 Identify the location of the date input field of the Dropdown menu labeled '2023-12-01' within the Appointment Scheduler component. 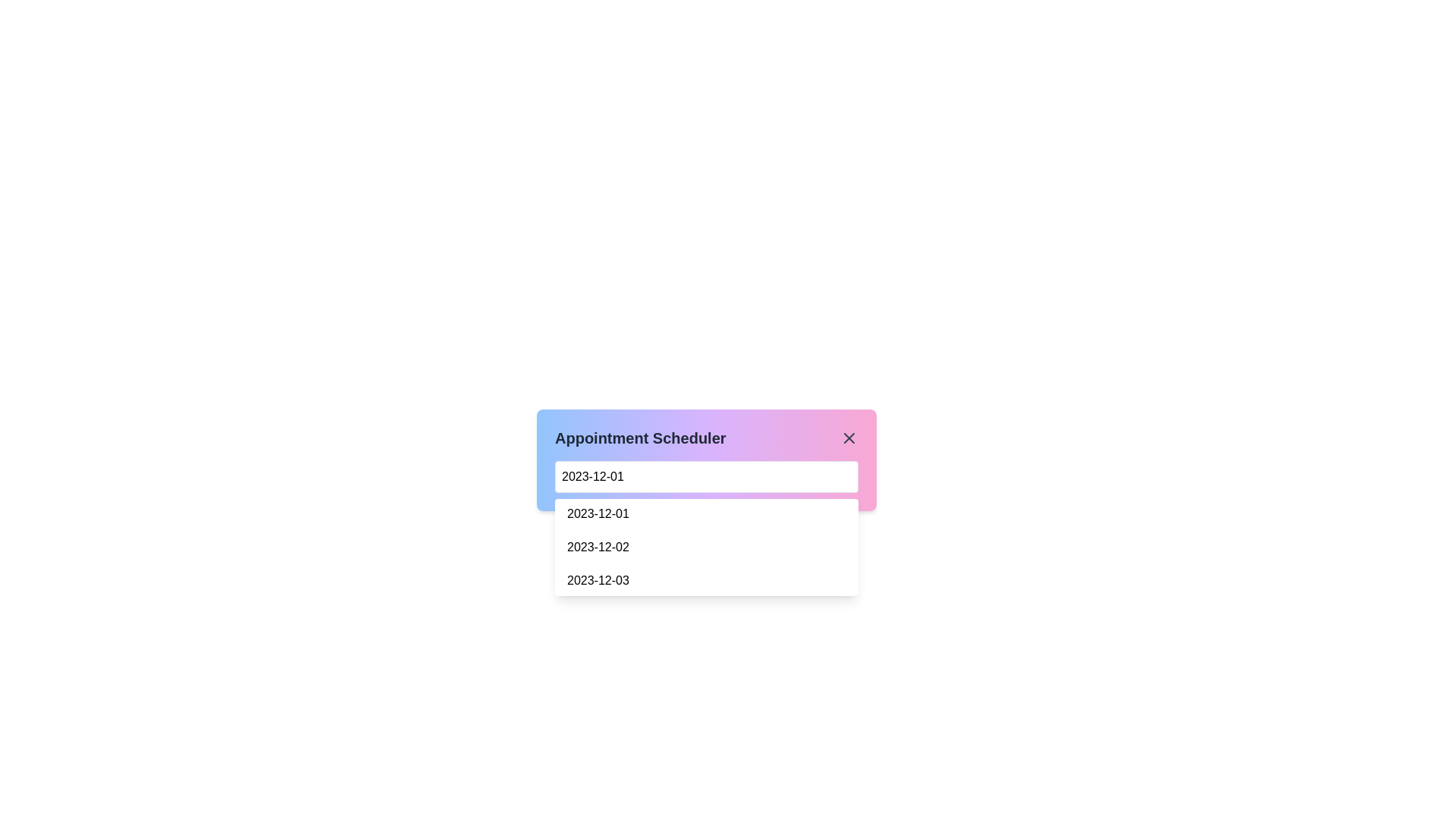
(705, 459).